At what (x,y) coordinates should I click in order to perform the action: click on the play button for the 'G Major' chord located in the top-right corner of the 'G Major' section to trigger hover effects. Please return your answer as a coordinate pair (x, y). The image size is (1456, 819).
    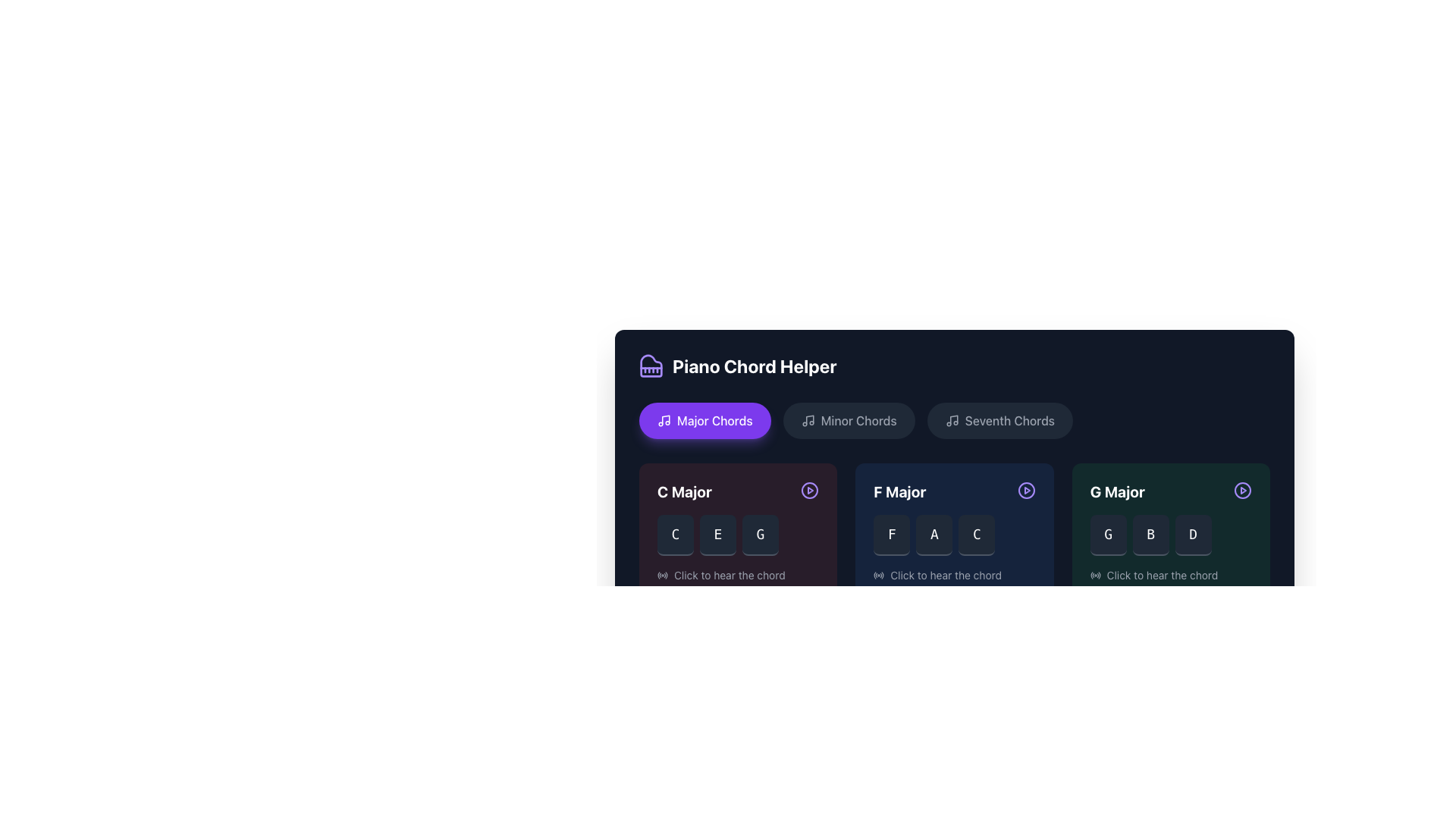
    Looking at the image, I should click on (1242, 491).